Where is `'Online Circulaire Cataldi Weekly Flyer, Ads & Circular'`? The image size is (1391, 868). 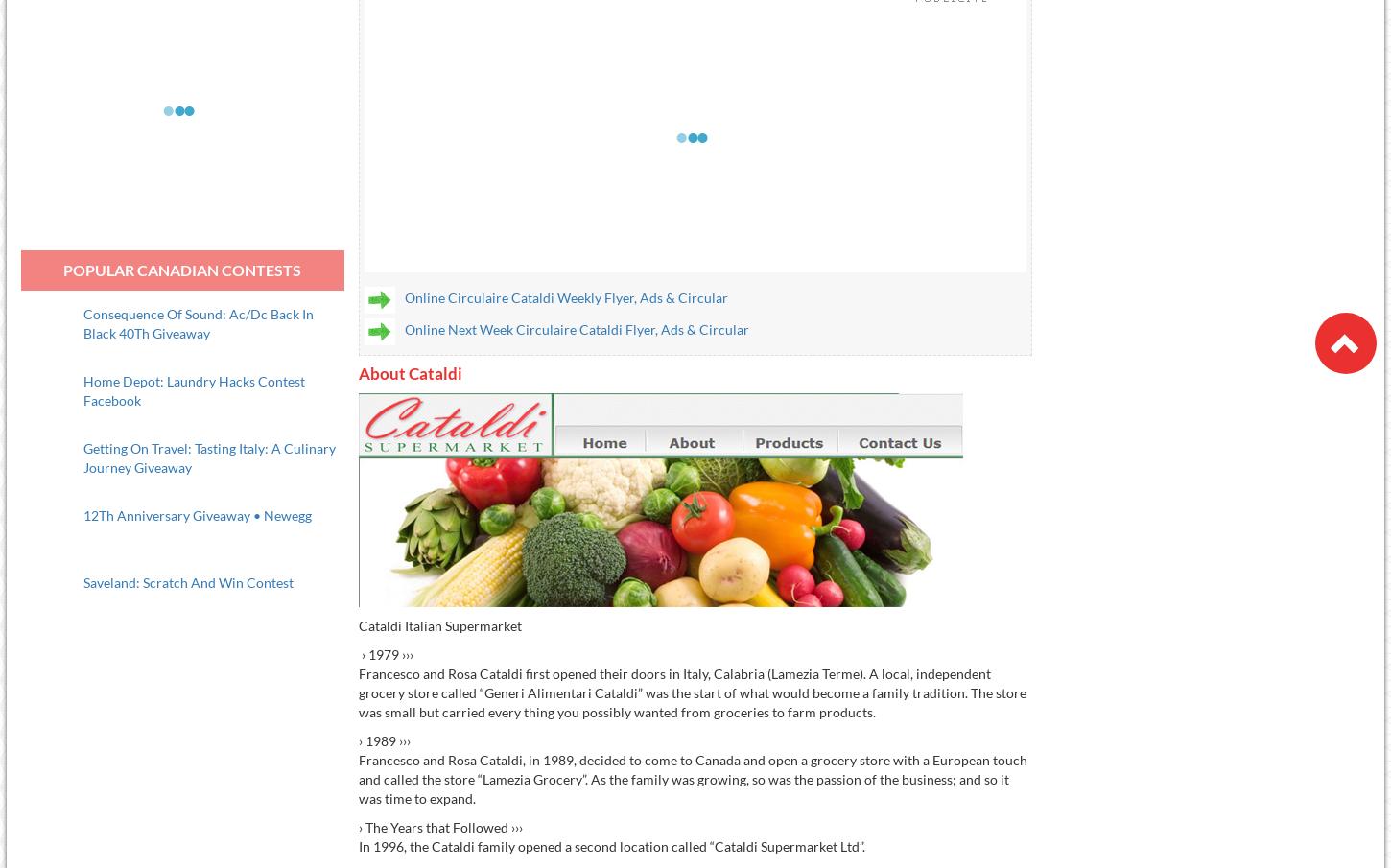 'Online Circulaire Cataldi Weekly Flyer, Ads & Circular' is located at coordinates (565, 296).